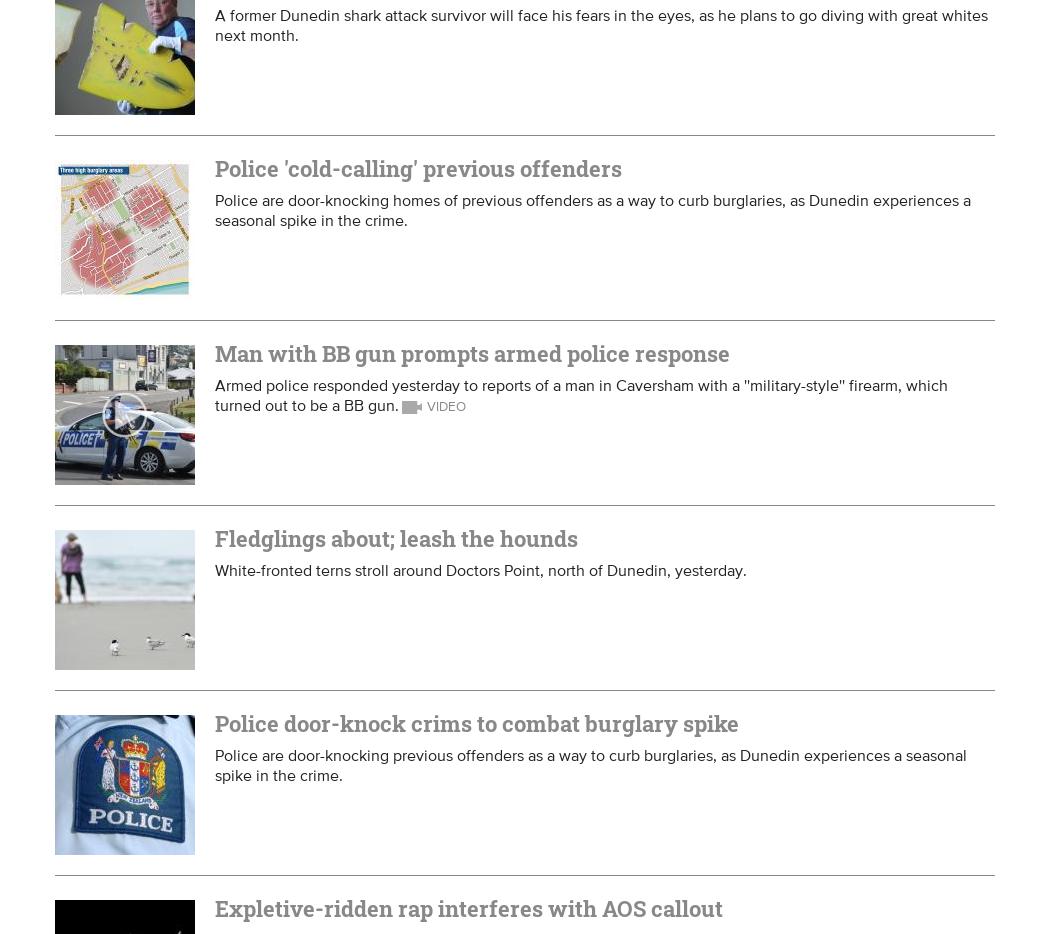 The height and width of the screenshot is (934, 1050). What do you see at coordinates (601, 24) in the screenshot?
I see `'A former Dunedin shark attack survivor will face his fears in the eyes, as he plans to go diving with great whites next month.'` at bounding box center [601, 24].